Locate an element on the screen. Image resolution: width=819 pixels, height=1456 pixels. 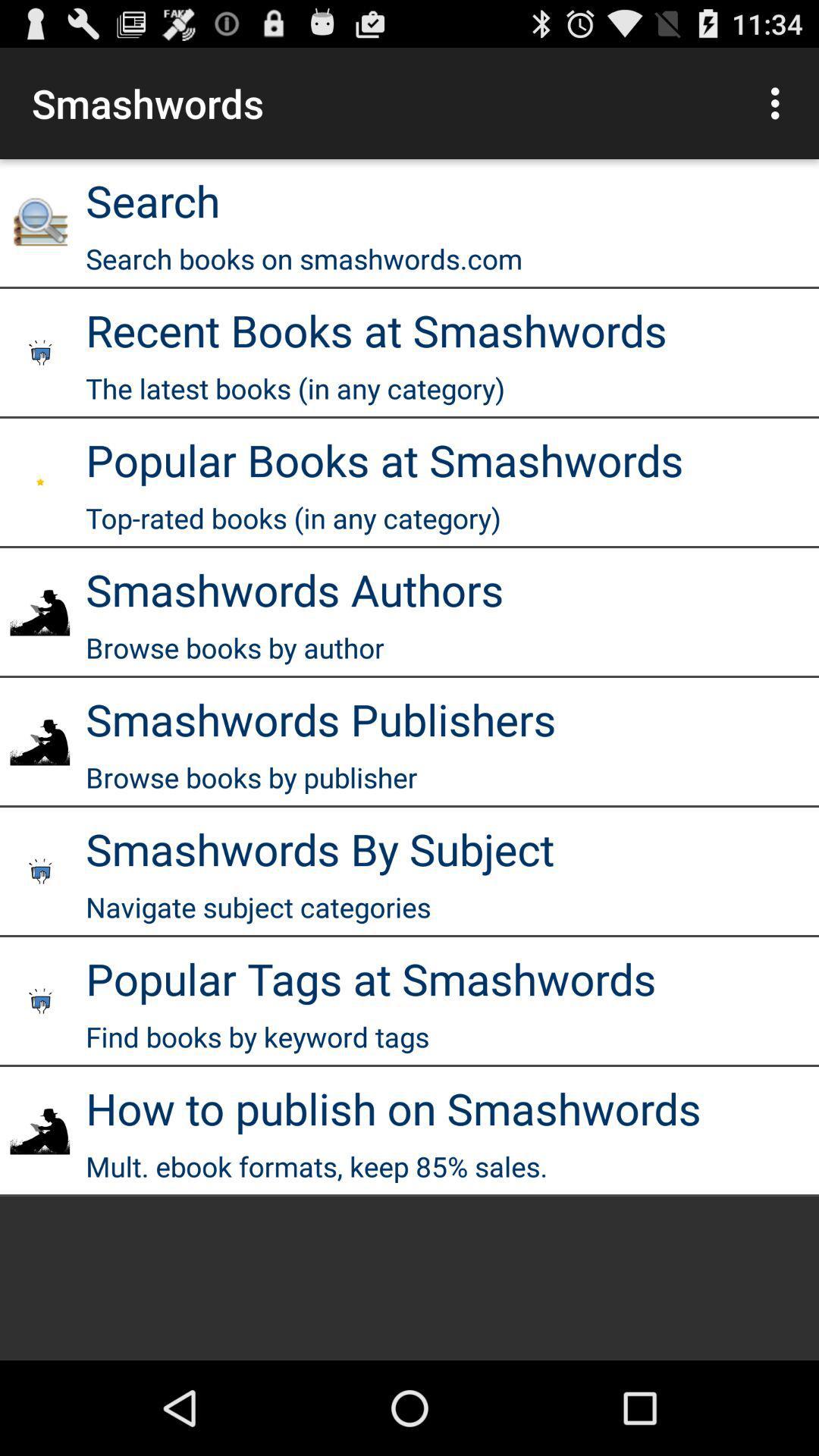
the item below smashwords by subject is located at coordinates (257, 907).